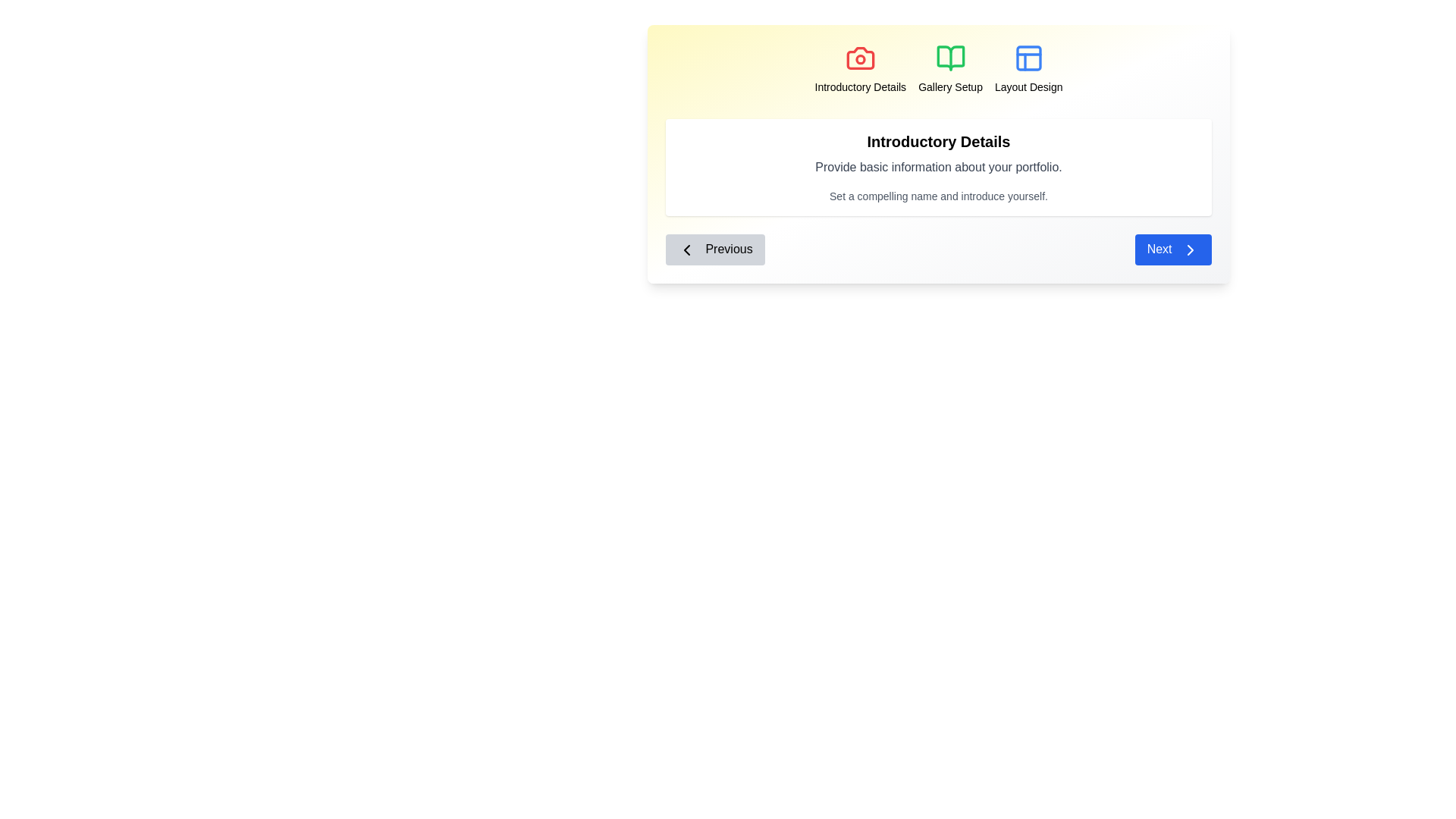  I want to click on the 'Previous' button located at the bottom section of the card-like interface, so click(714, 249).